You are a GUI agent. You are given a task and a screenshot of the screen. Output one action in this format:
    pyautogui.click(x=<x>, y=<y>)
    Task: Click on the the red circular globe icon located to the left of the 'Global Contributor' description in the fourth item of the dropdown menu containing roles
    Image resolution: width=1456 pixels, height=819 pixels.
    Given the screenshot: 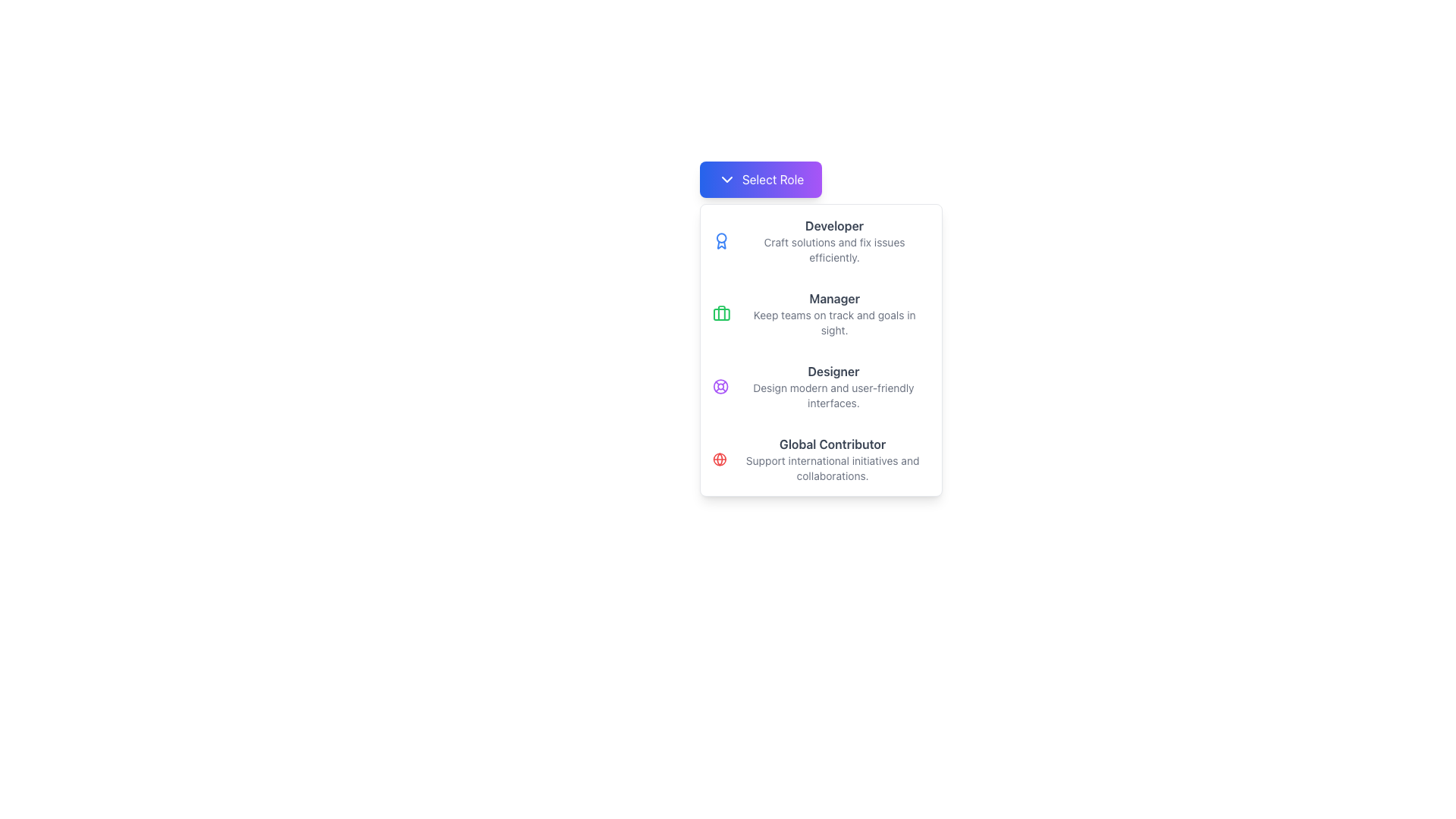 What is the action you would take?
    pyautogui.click(x=719, y=458)
    